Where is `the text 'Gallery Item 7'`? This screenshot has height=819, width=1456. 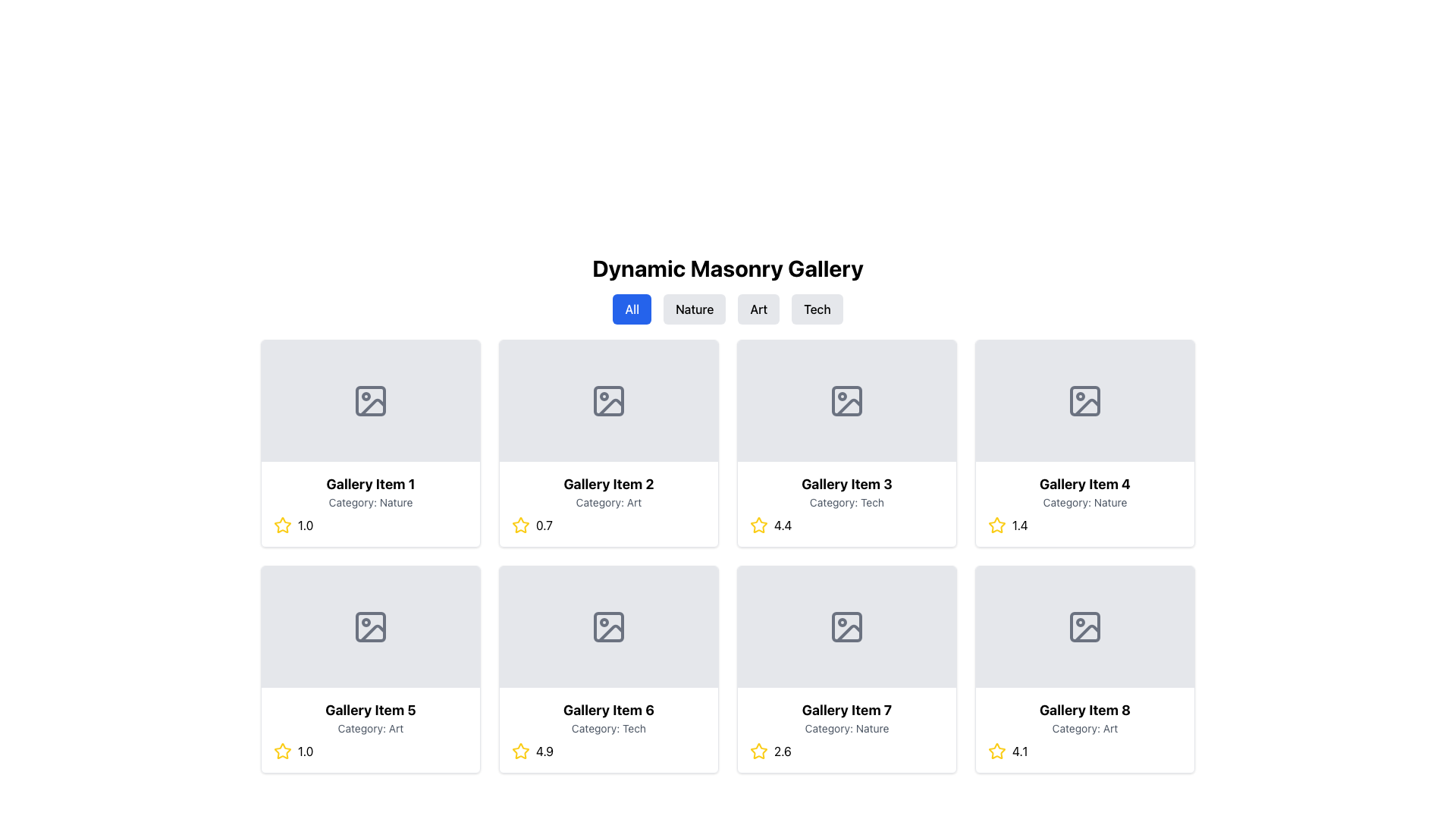
the text 'Gallery Item 7' is located at coordinates (846, 711).